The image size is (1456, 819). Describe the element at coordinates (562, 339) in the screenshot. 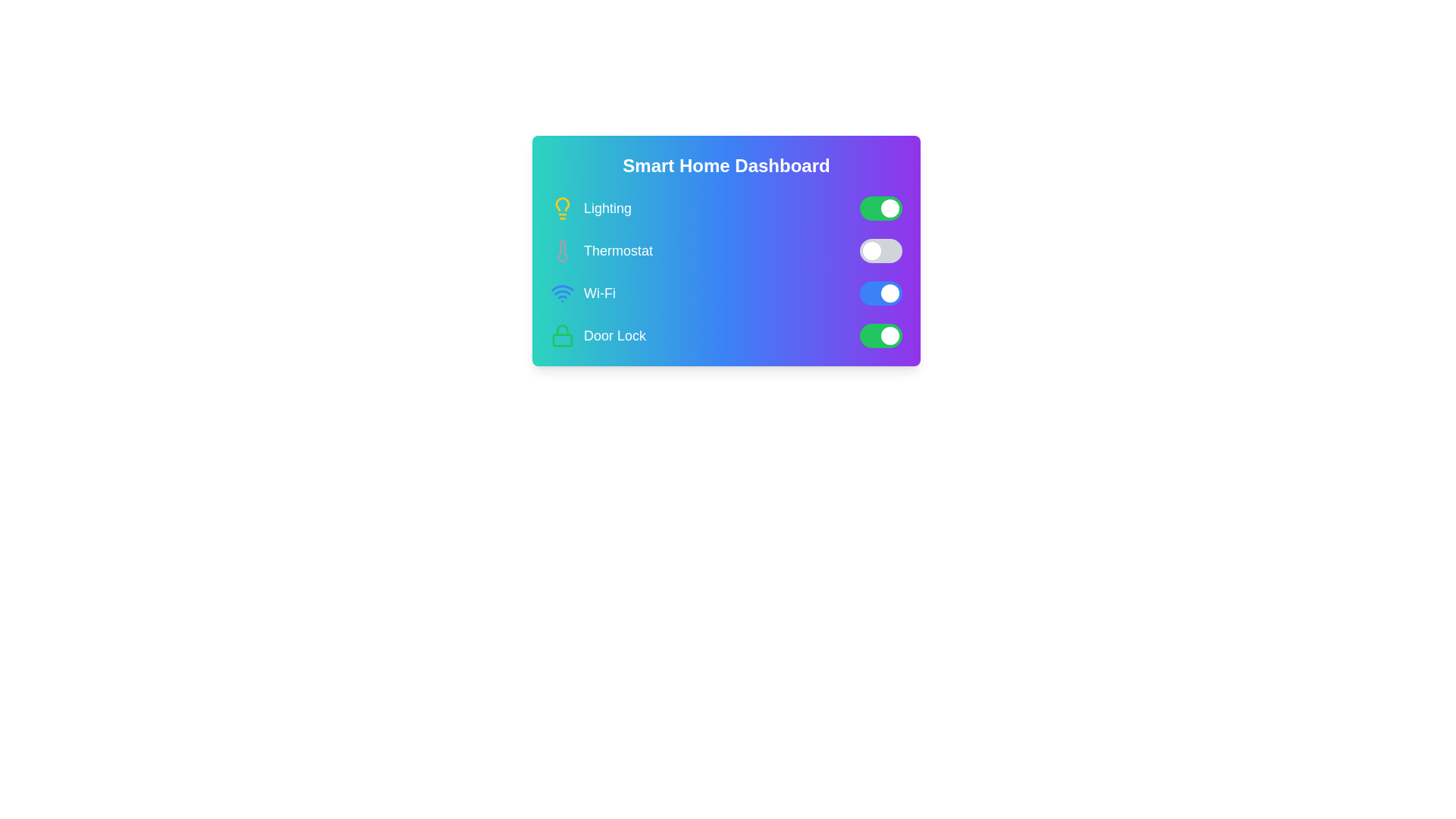

I see `the lower rectangular body portion of the padlock icon, which is the fourth item labeled 'Door Lock' in the vertical list` at that location.